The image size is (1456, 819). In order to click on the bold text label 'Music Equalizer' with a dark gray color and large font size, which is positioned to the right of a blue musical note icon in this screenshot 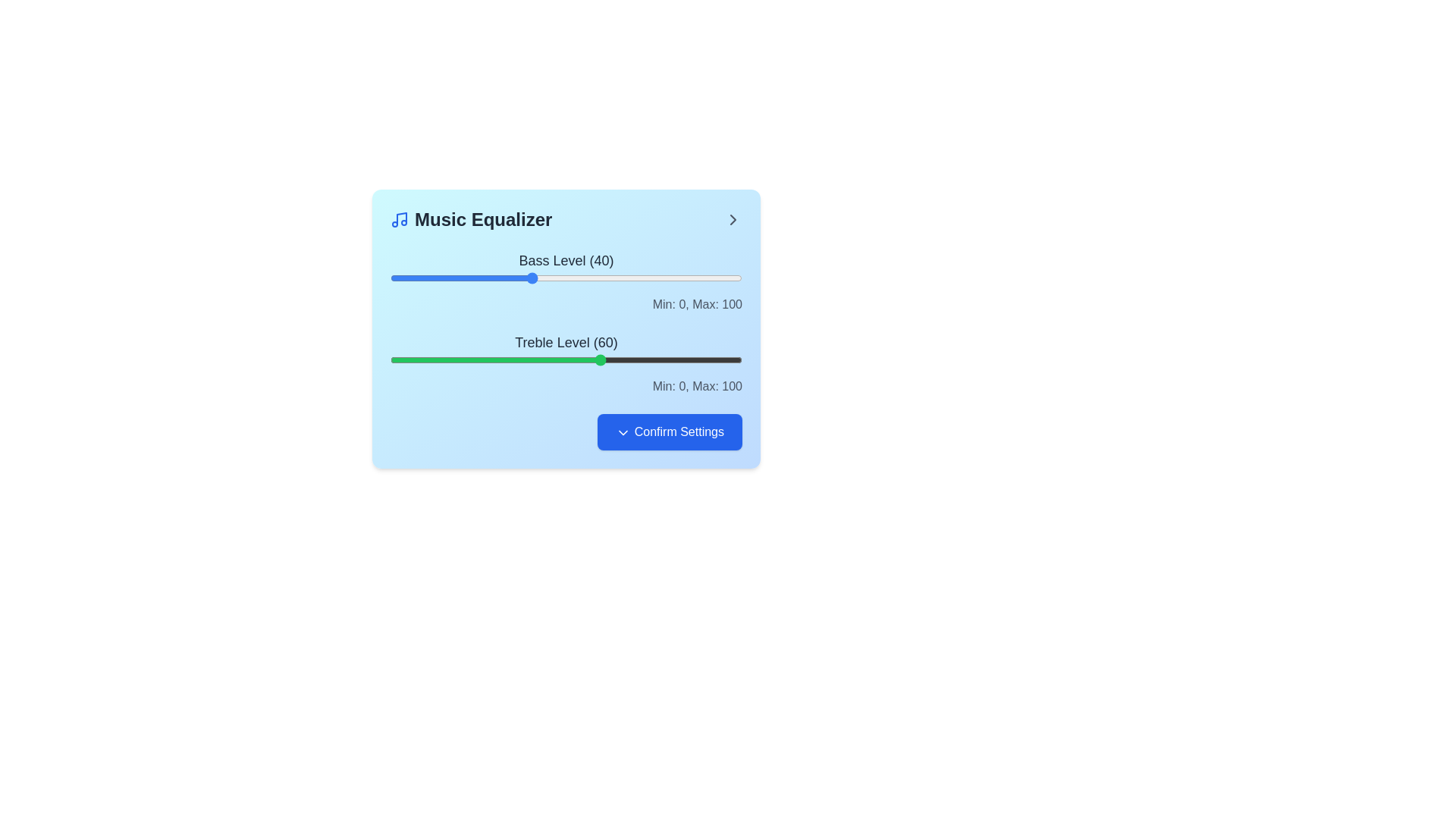, I will do `click(470, 219)`.